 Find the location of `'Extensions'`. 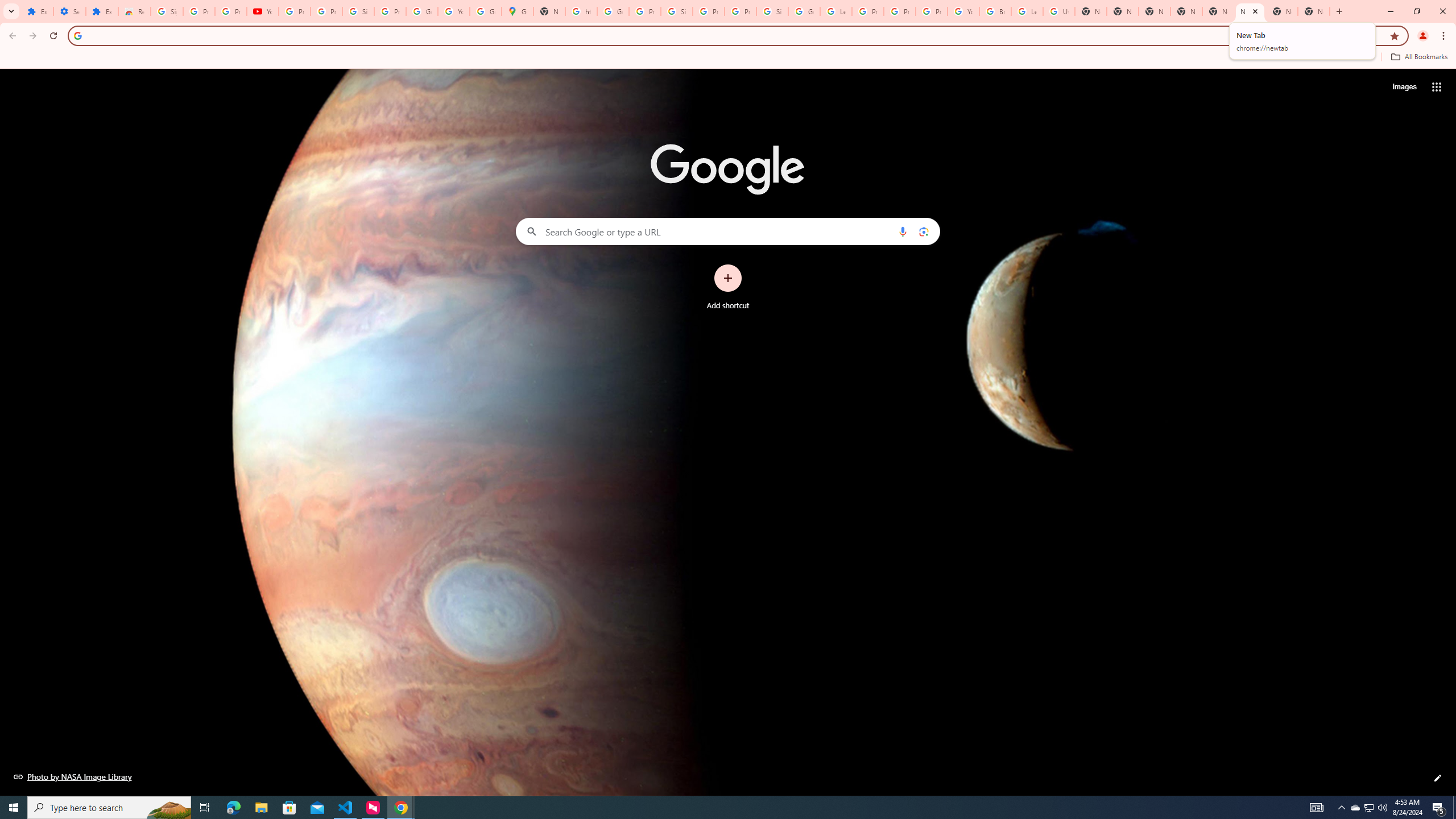

'Extensions' is located at coordinates (37, 11).